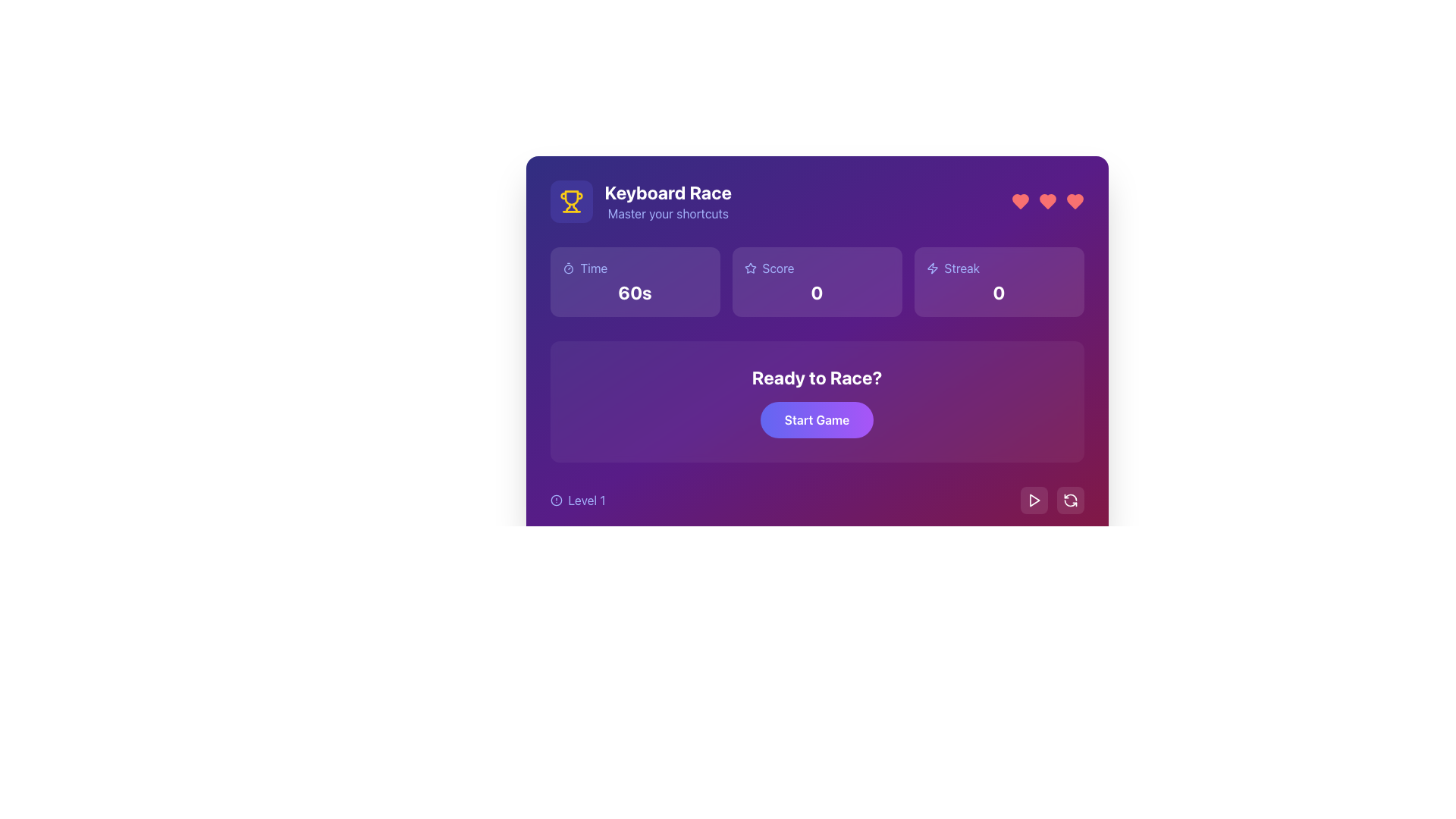 This screenshot has height=819, width=1456. Describe the element at coordinates (931, 268) in the screenshot. I see `the lightning bolt icon, which is a small white icon on a purple background, located to the left of the text 'Streak' in the third column of the card layout` at that location.